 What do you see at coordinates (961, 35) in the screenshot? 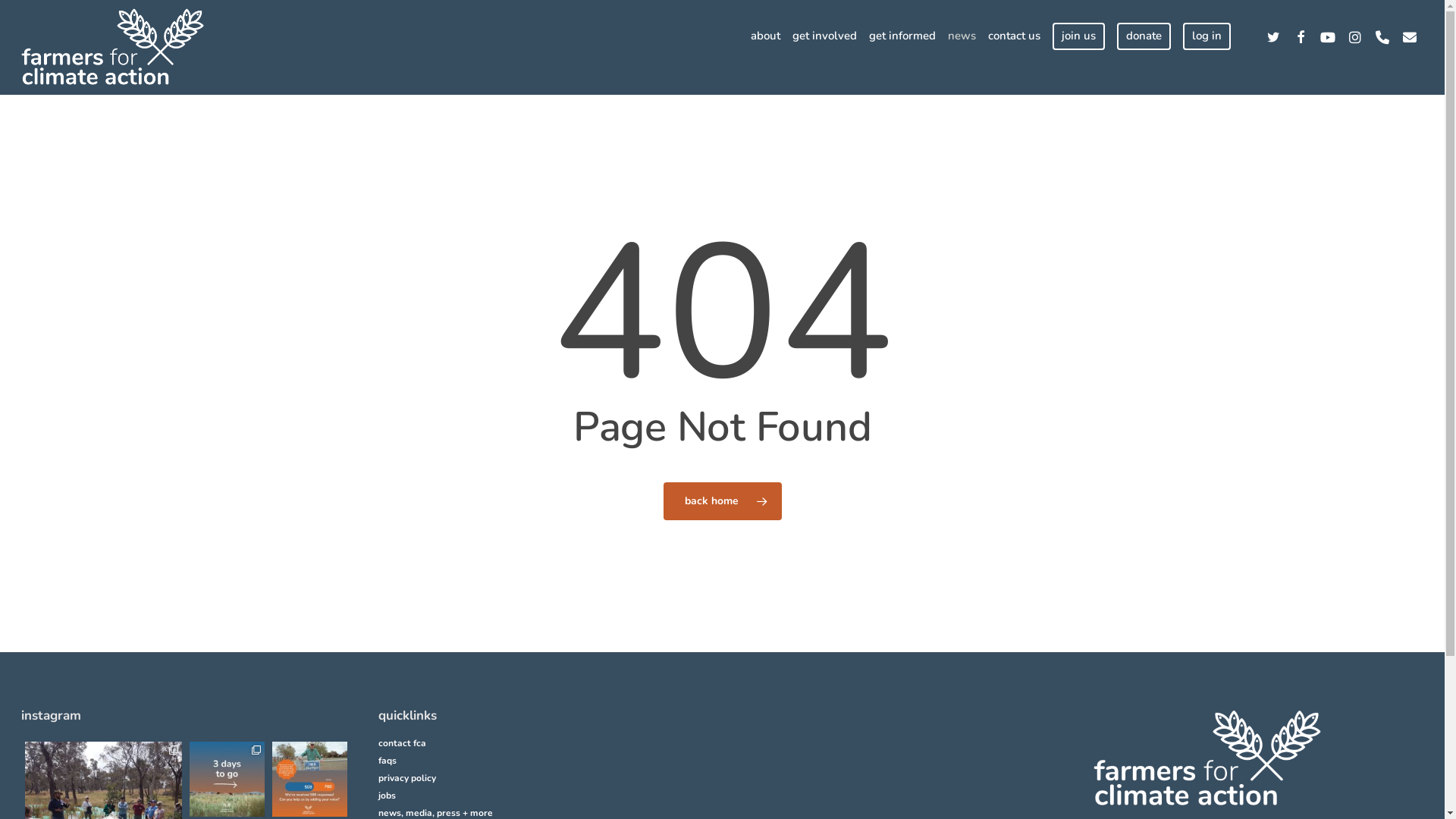
I see `'news'` at bounding box center [961, 35].